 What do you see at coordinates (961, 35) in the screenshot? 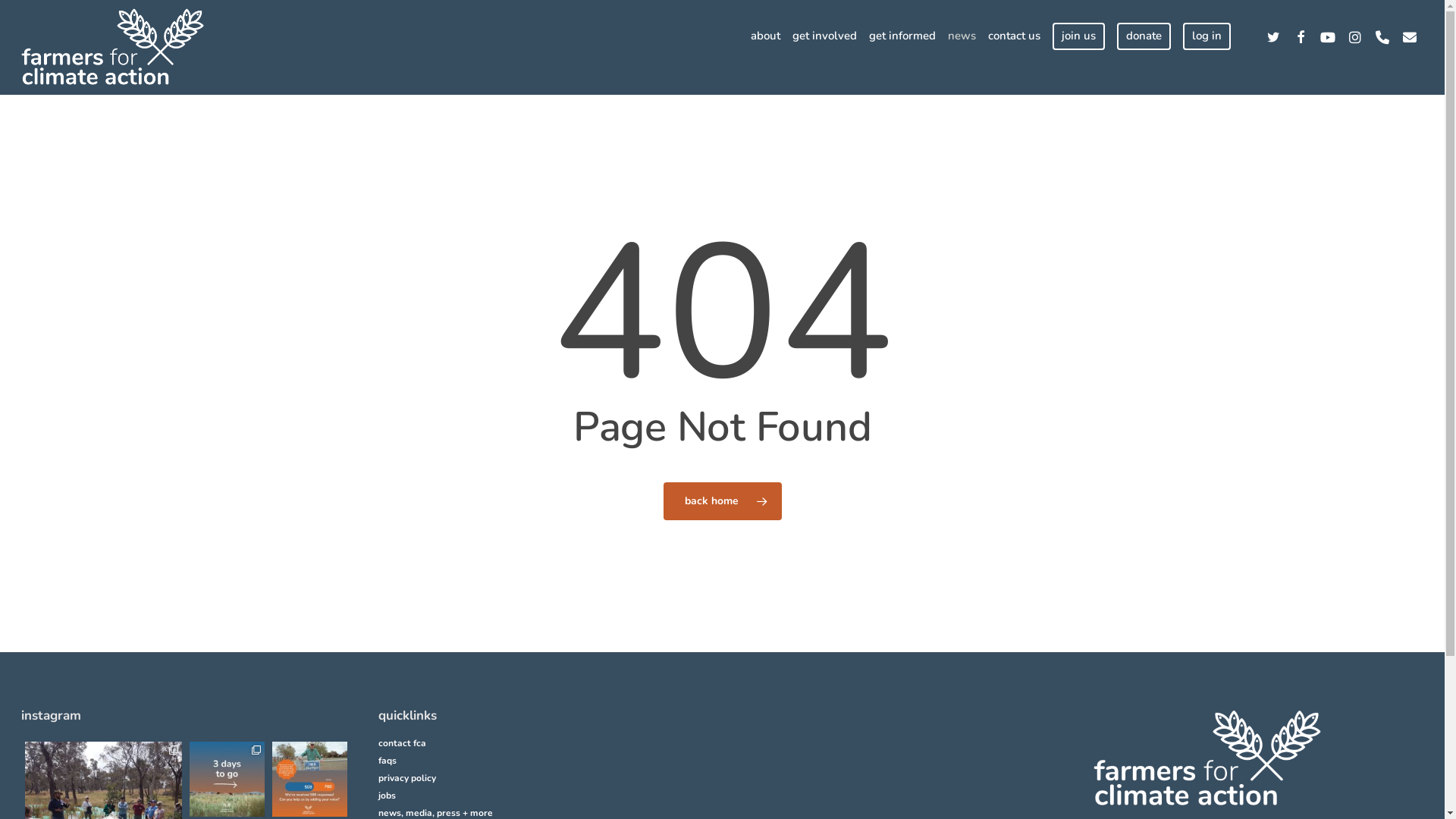
I see `'news'` at bounding box center [961, 35].